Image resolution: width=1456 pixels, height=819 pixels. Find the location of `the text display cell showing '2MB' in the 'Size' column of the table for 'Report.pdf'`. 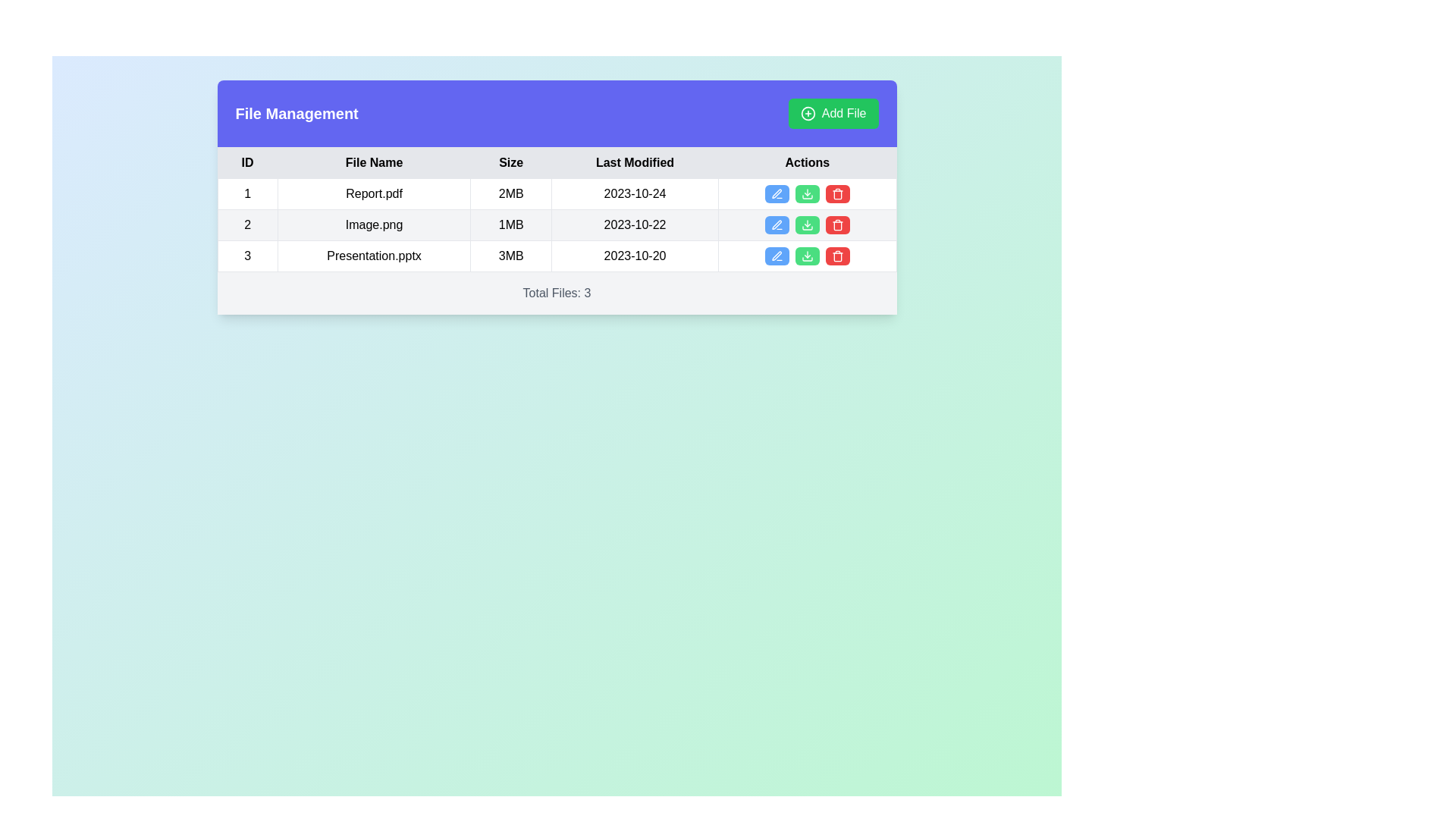

the text display cell showing '2MB' in the 'Size' column of the table for 'Report.pdf' is located at coordinates (511, 193).